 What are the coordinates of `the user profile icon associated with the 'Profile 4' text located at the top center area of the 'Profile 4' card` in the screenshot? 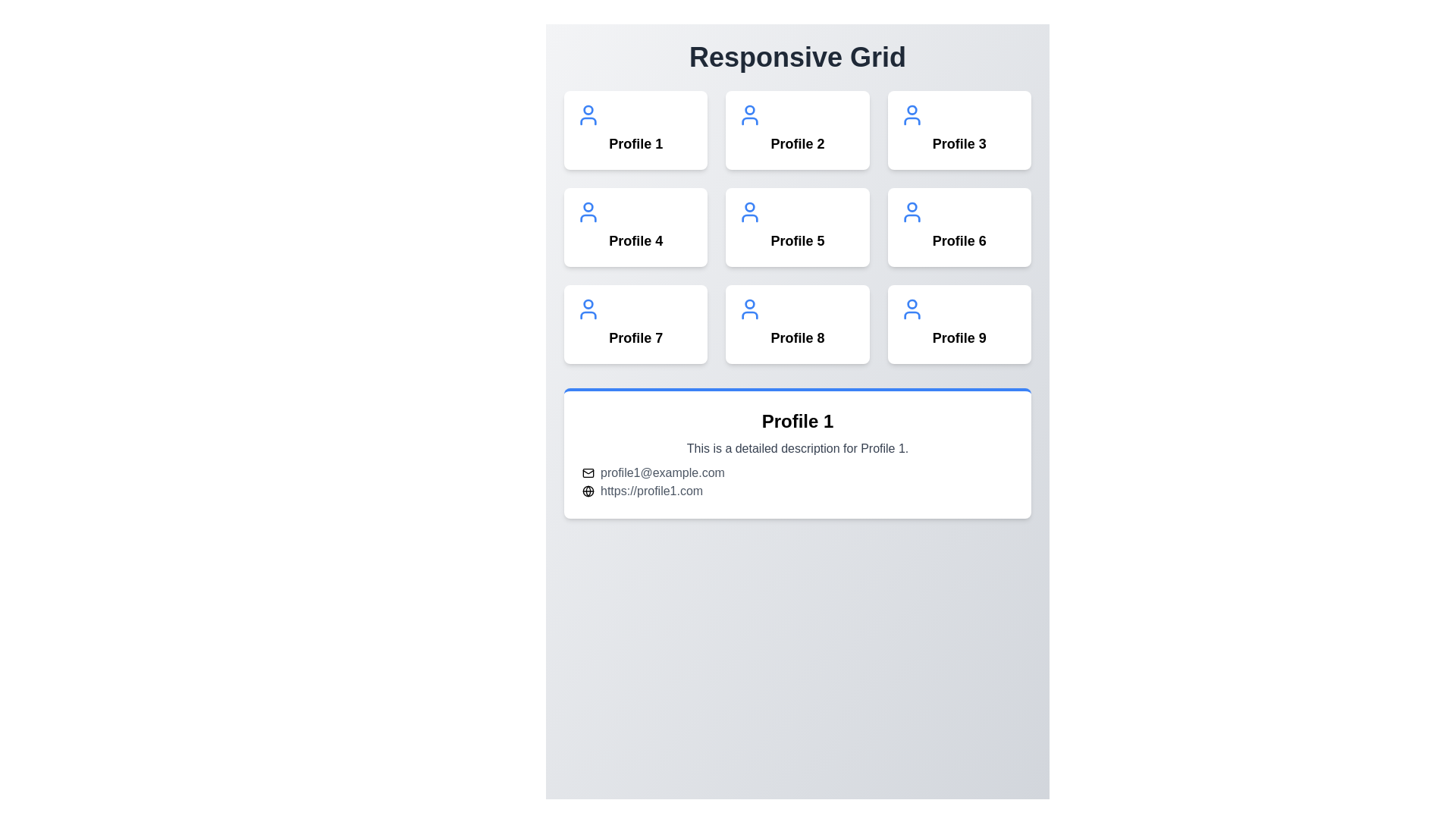 It's located at (588, 212).